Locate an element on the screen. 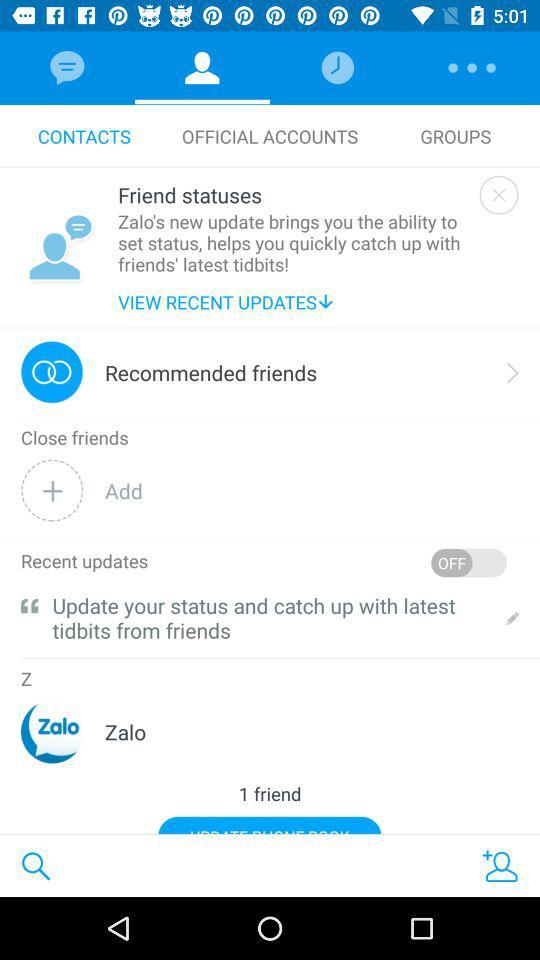  the item above the view recent updates item is located at coordinates (293, 241).